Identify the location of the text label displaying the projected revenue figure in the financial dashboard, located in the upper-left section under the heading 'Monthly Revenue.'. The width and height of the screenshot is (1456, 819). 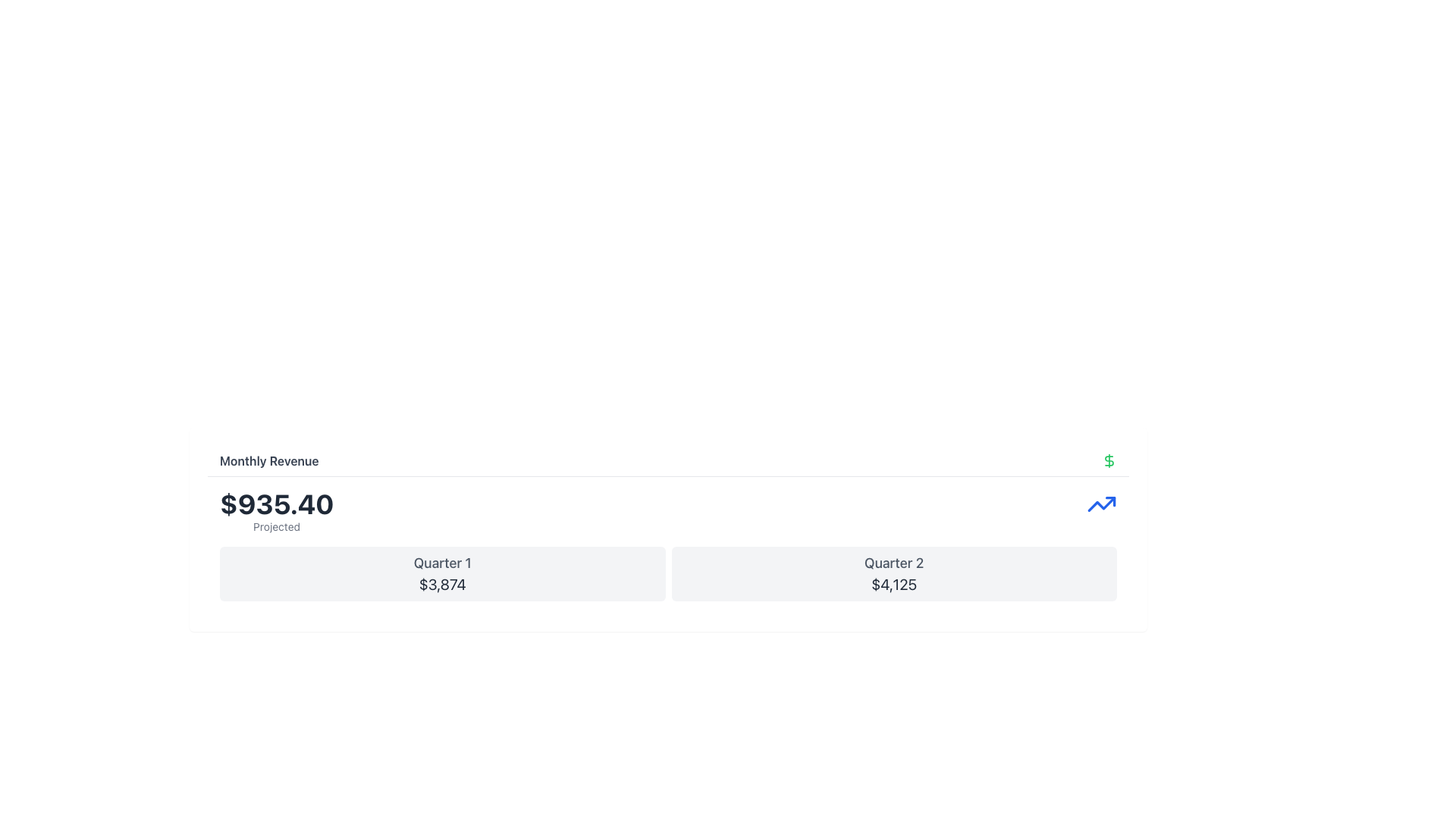
(277, 512).